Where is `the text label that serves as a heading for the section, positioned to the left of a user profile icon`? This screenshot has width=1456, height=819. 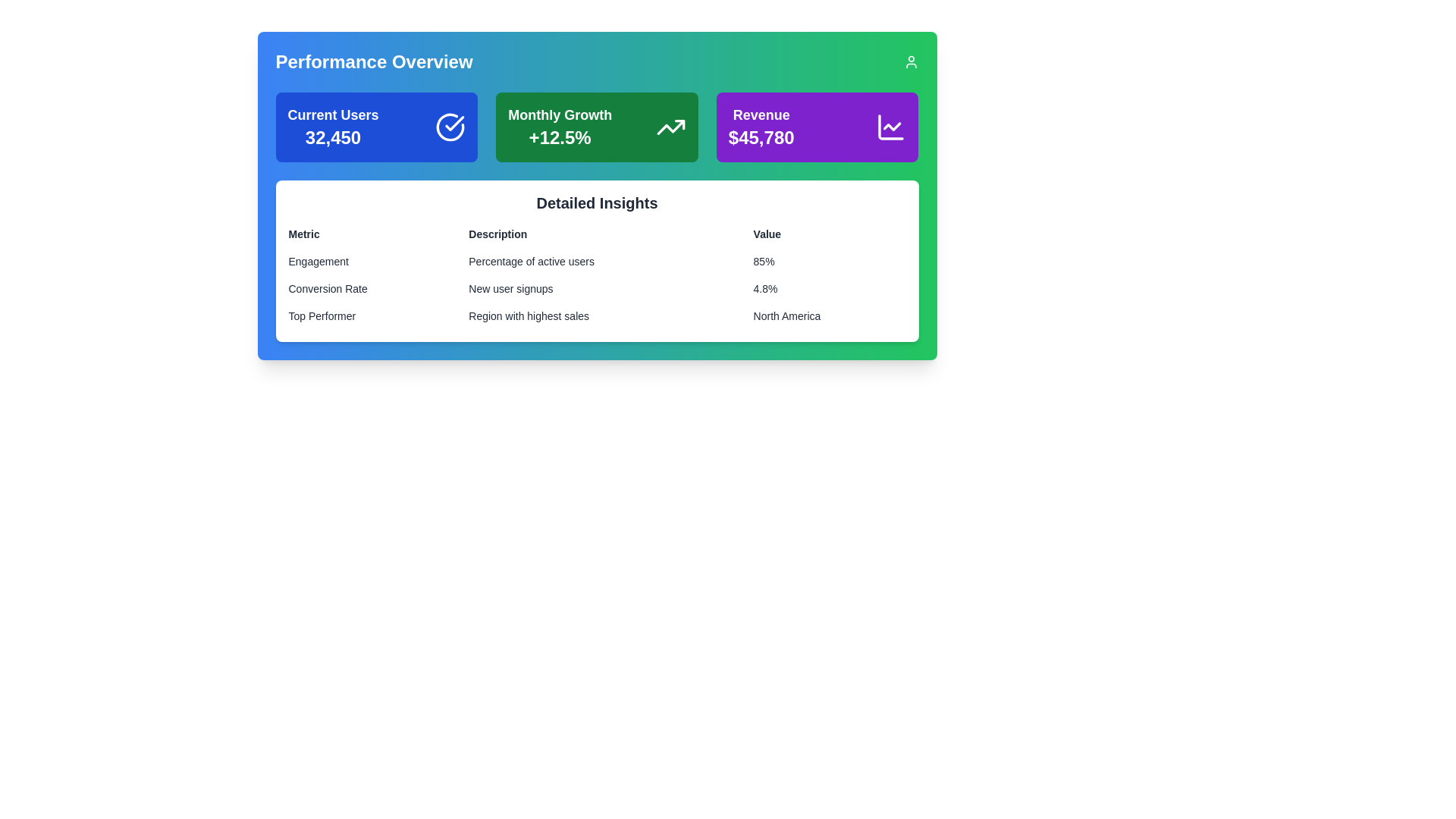
the text label that serves as a heading for the section, positioned to the left of a user profile icon is located at coordinates (374, 61).